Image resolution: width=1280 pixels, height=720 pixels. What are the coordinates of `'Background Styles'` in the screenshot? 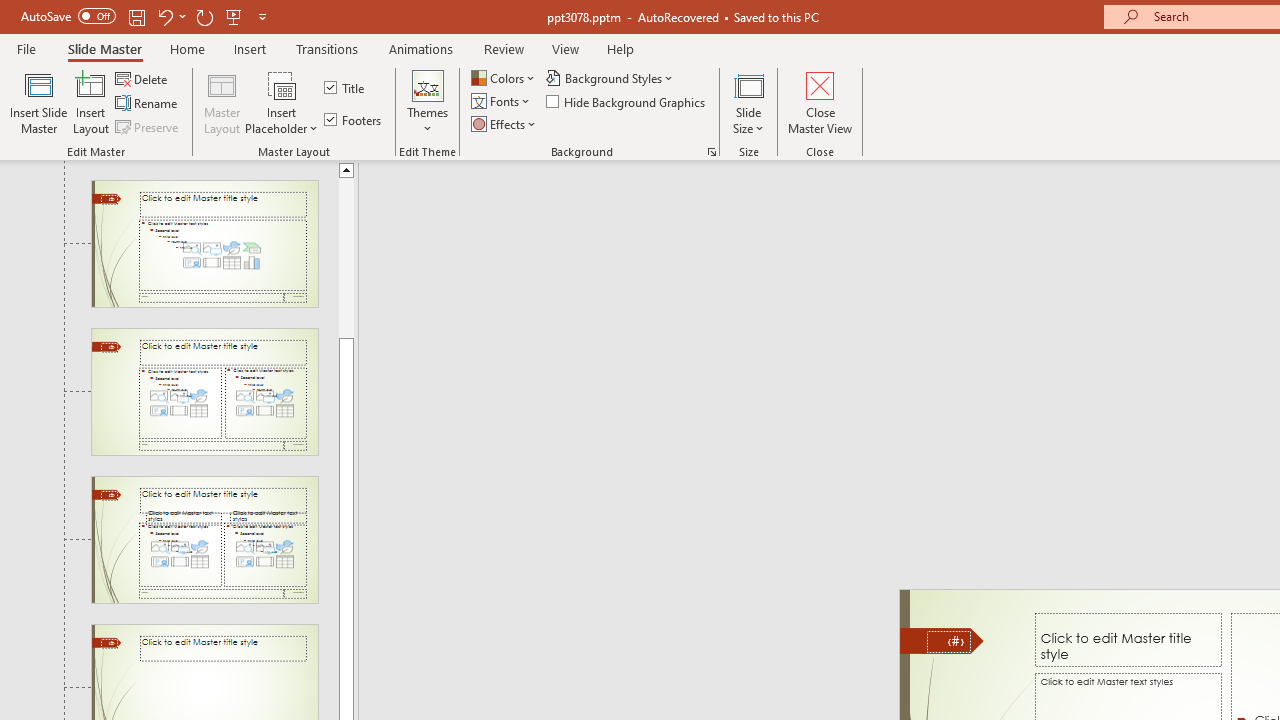 It's located at (610, 77).